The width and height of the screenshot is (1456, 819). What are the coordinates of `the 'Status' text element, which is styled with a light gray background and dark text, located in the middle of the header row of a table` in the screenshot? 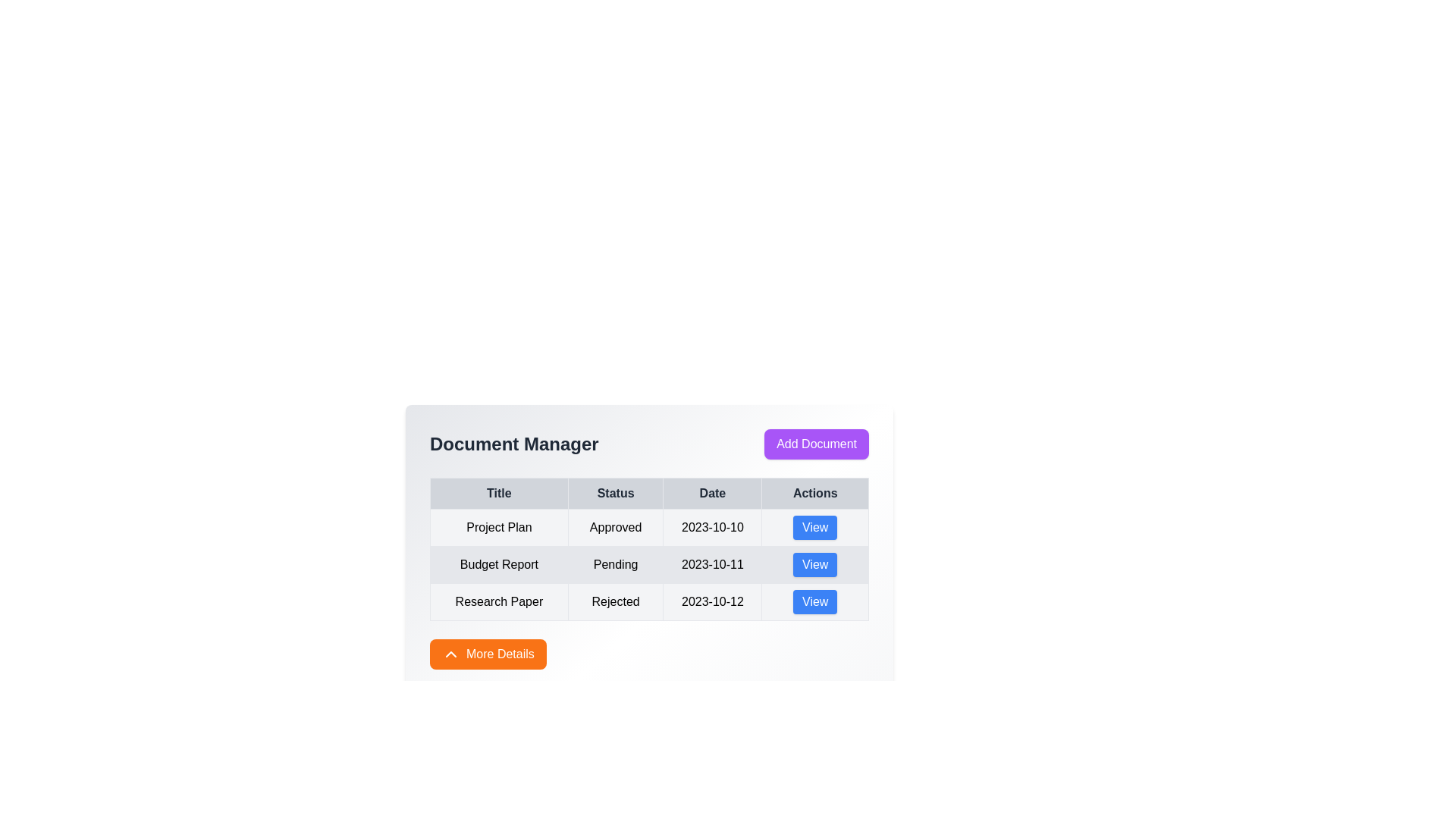 It's located at (616, 494).